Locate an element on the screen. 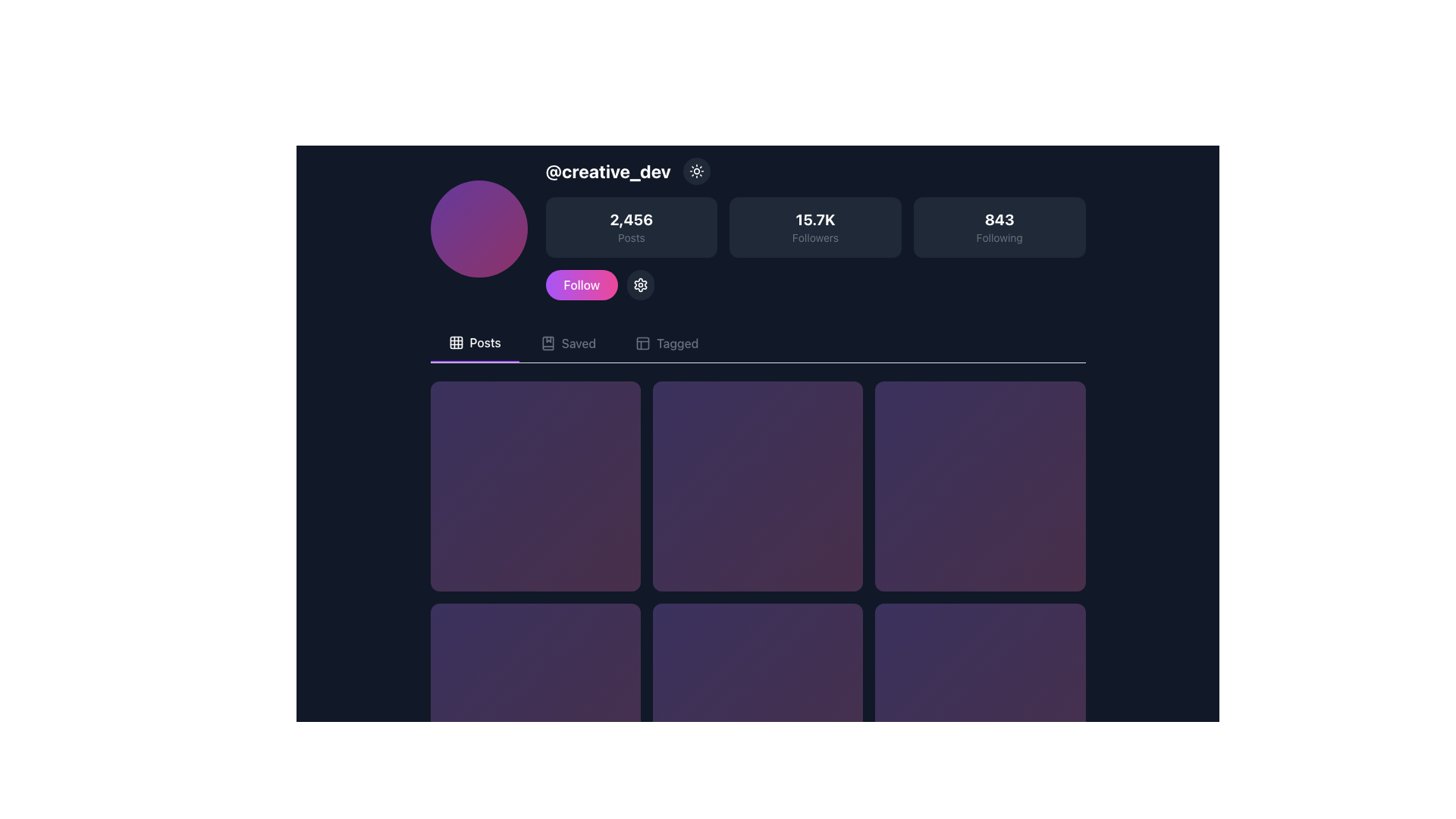  the 'Saved' button with a bookmark icon in the horizontal menu bar to change its appearance is located at coordinates (567, 343).